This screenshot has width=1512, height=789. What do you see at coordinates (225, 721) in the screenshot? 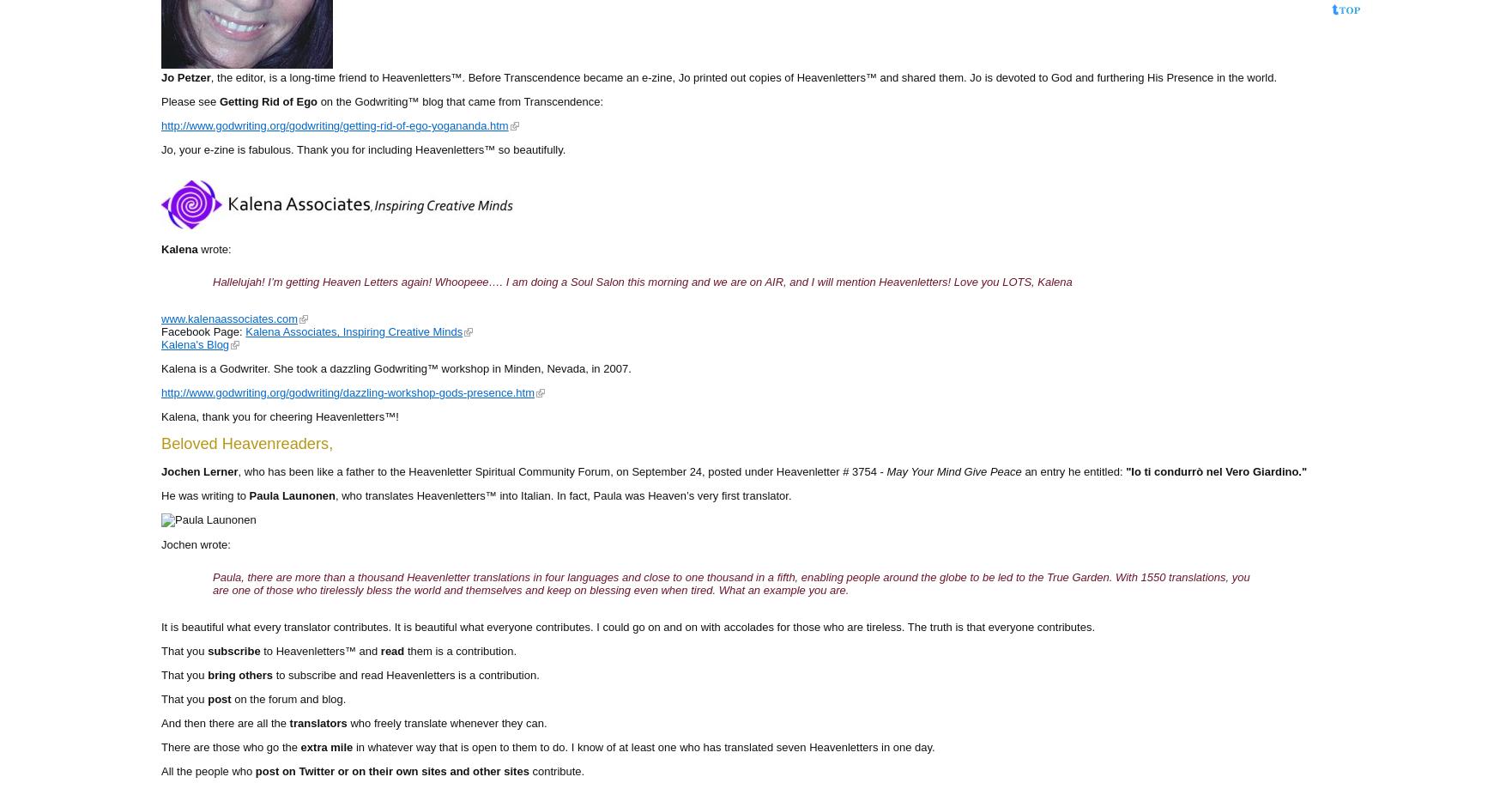
I see `'And then there are all the'` at bounding box center [225, 721].